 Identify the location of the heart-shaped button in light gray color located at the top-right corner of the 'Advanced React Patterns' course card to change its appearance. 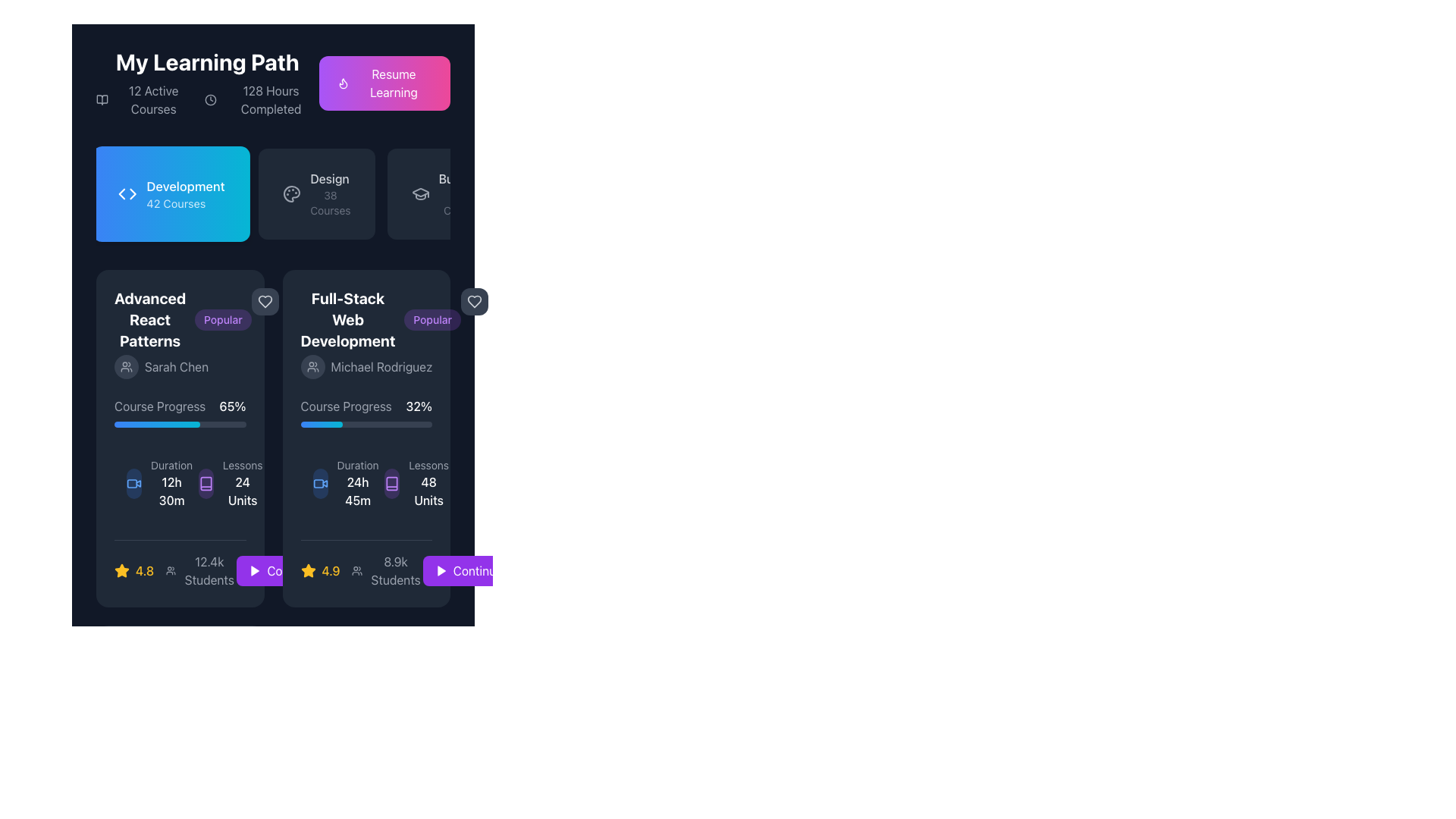
(265, 301).